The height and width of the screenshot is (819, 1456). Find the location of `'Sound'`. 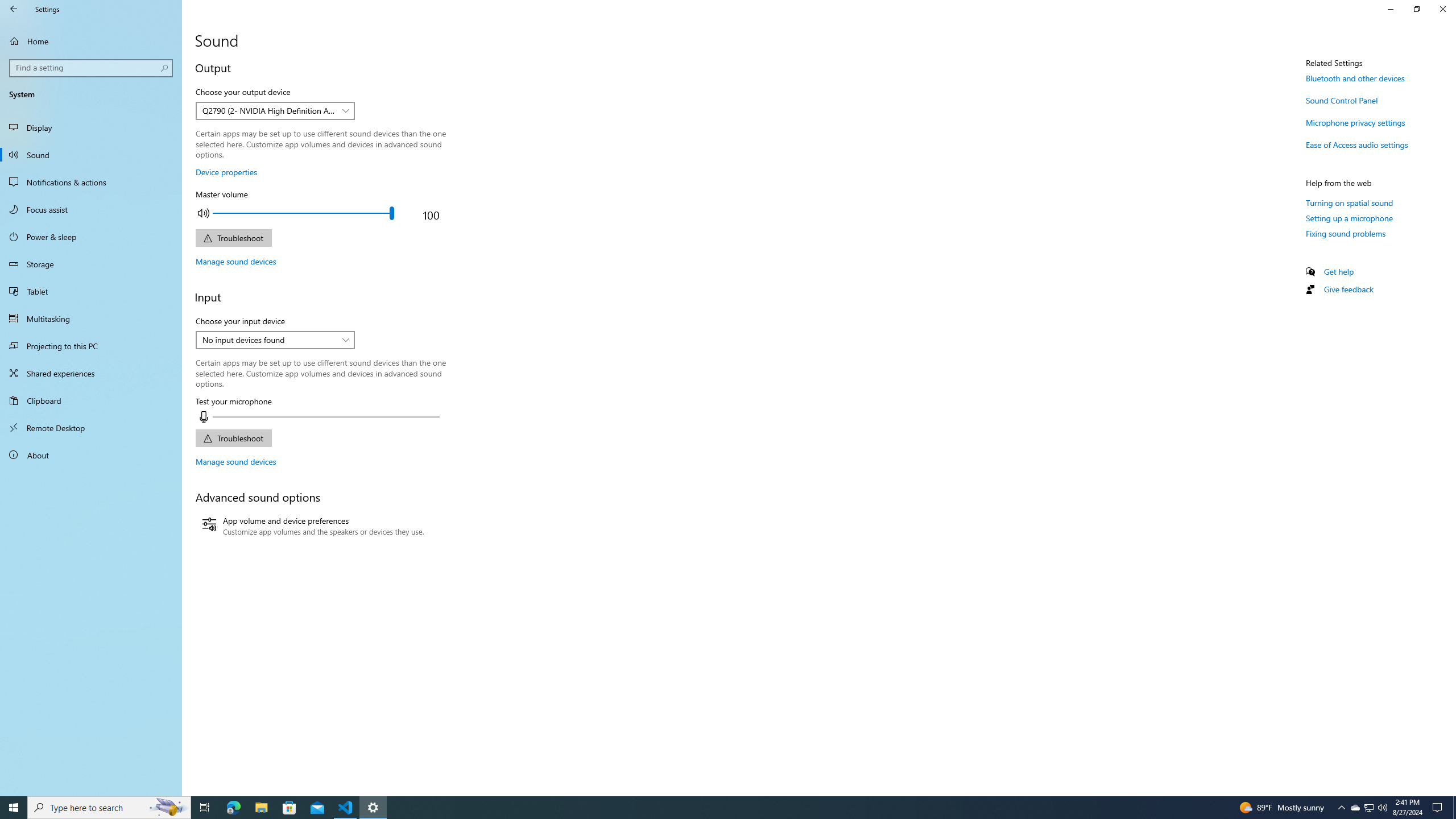

'Sound' is located at coordinates (90, 154).